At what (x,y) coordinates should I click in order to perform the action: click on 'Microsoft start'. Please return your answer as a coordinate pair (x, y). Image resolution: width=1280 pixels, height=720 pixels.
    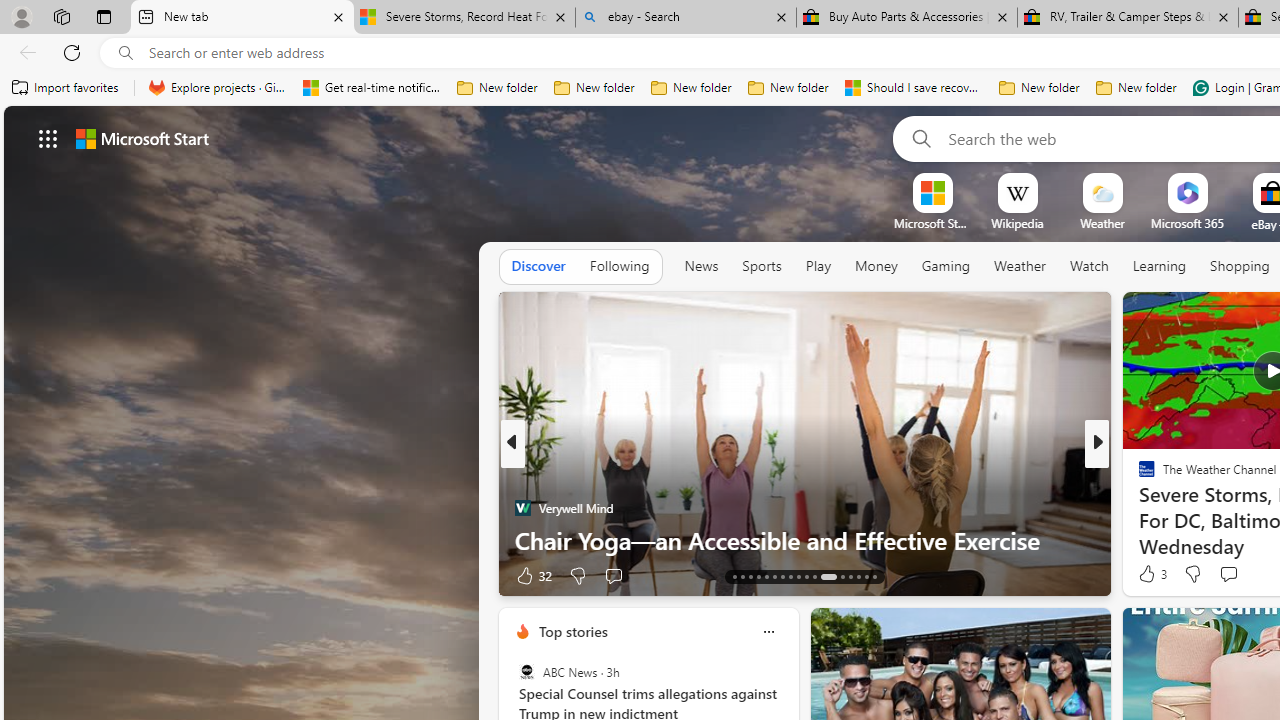
    Looking at the image, I should click on (141, 137).